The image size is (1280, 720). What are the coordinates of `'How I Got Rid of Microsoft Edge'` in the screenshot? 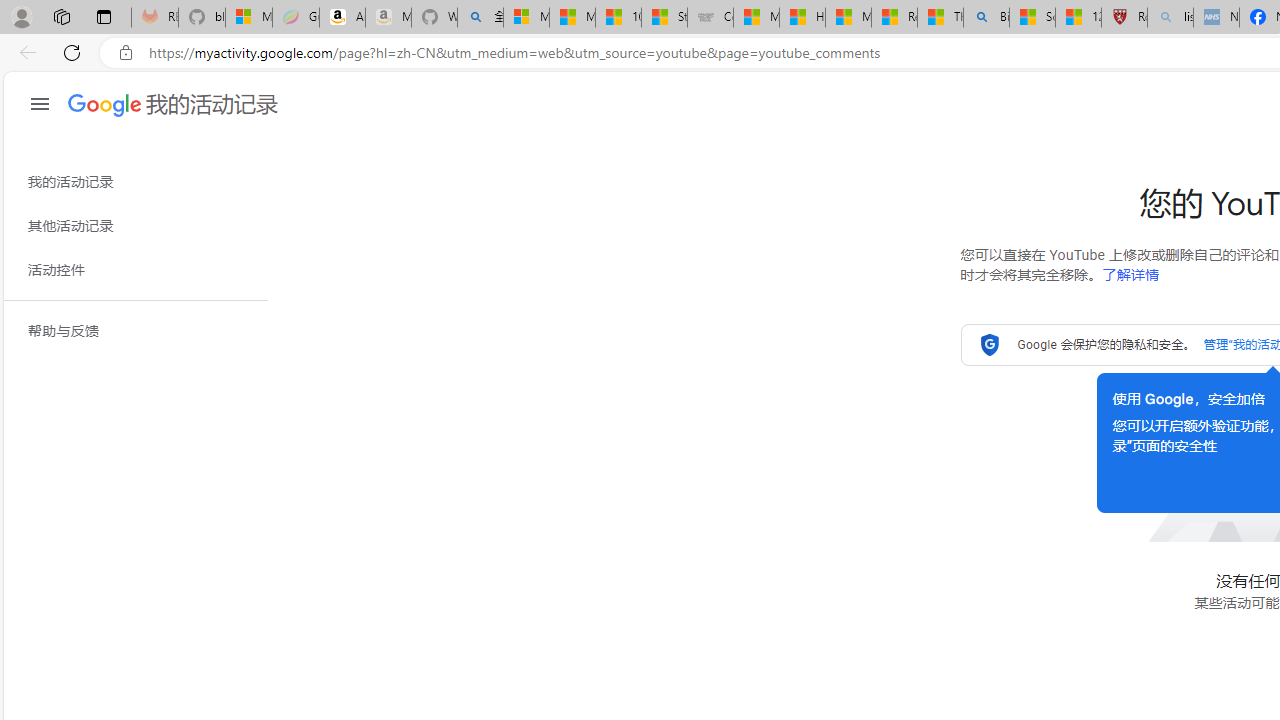 It's located at (802, 17).